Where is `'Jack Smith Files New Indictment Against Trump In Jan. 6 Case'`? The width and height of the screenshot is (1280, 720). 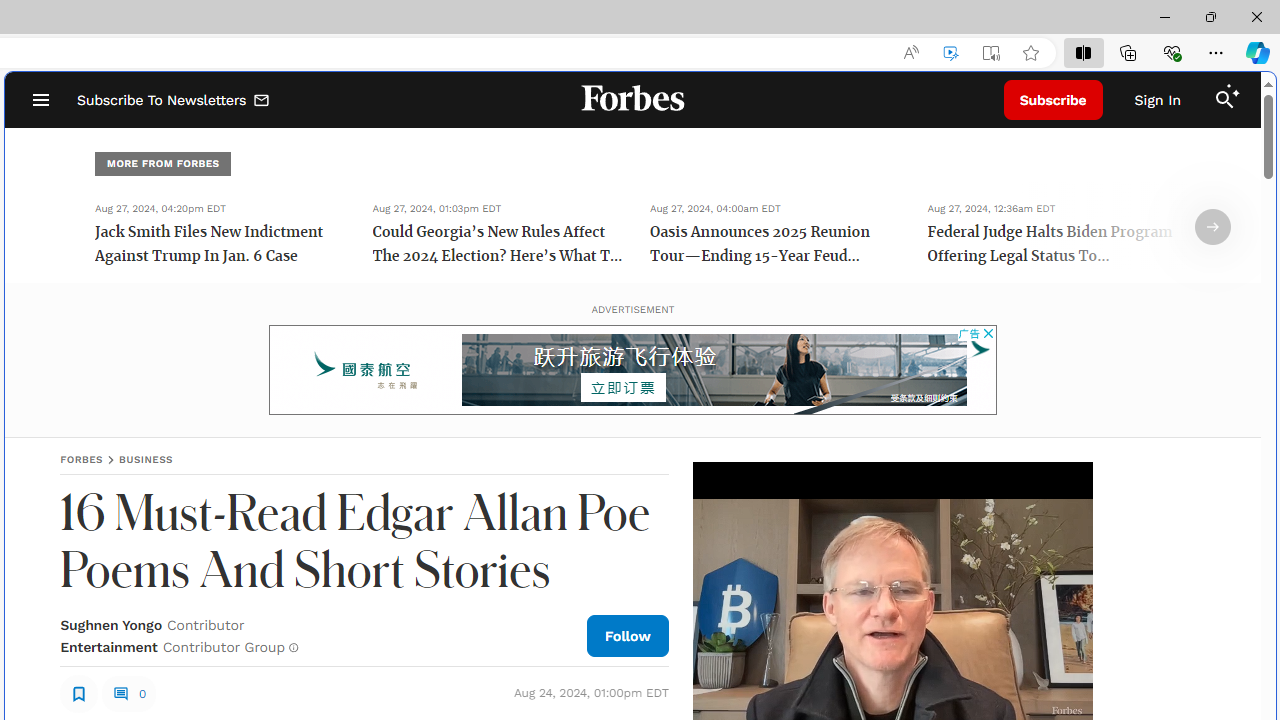
'Jack Smith Files New Indictment Against Trump In Jan. 6 Case' is located at coordinates (220, 244).